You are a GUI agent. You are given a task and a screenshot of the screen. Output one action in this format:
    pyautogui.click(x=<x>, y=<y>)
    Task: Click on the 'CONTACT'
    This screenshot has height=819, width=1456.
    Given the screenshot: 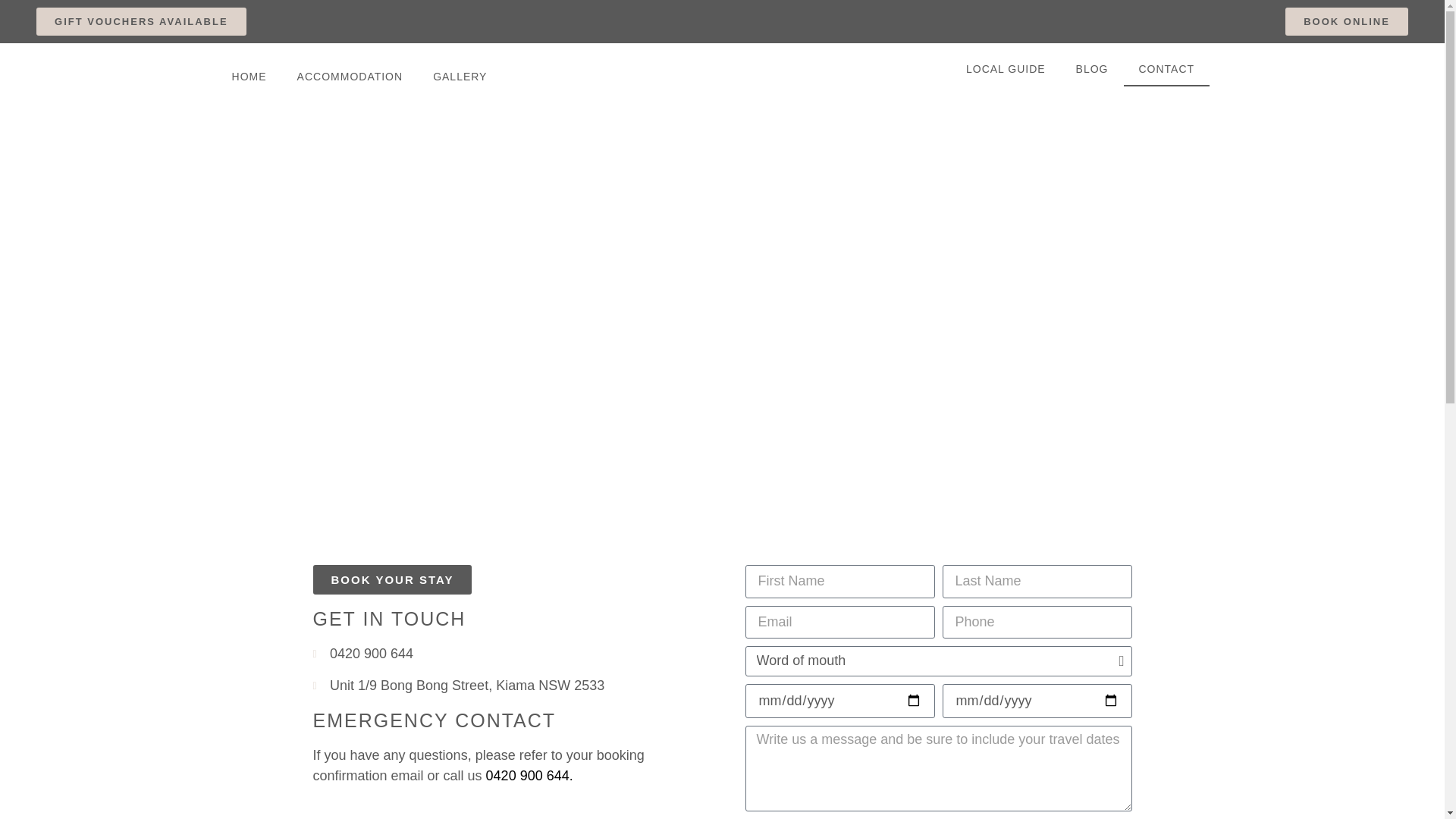 What is the action you would take?
    pyautogui.click(x=1166, y=69)
    